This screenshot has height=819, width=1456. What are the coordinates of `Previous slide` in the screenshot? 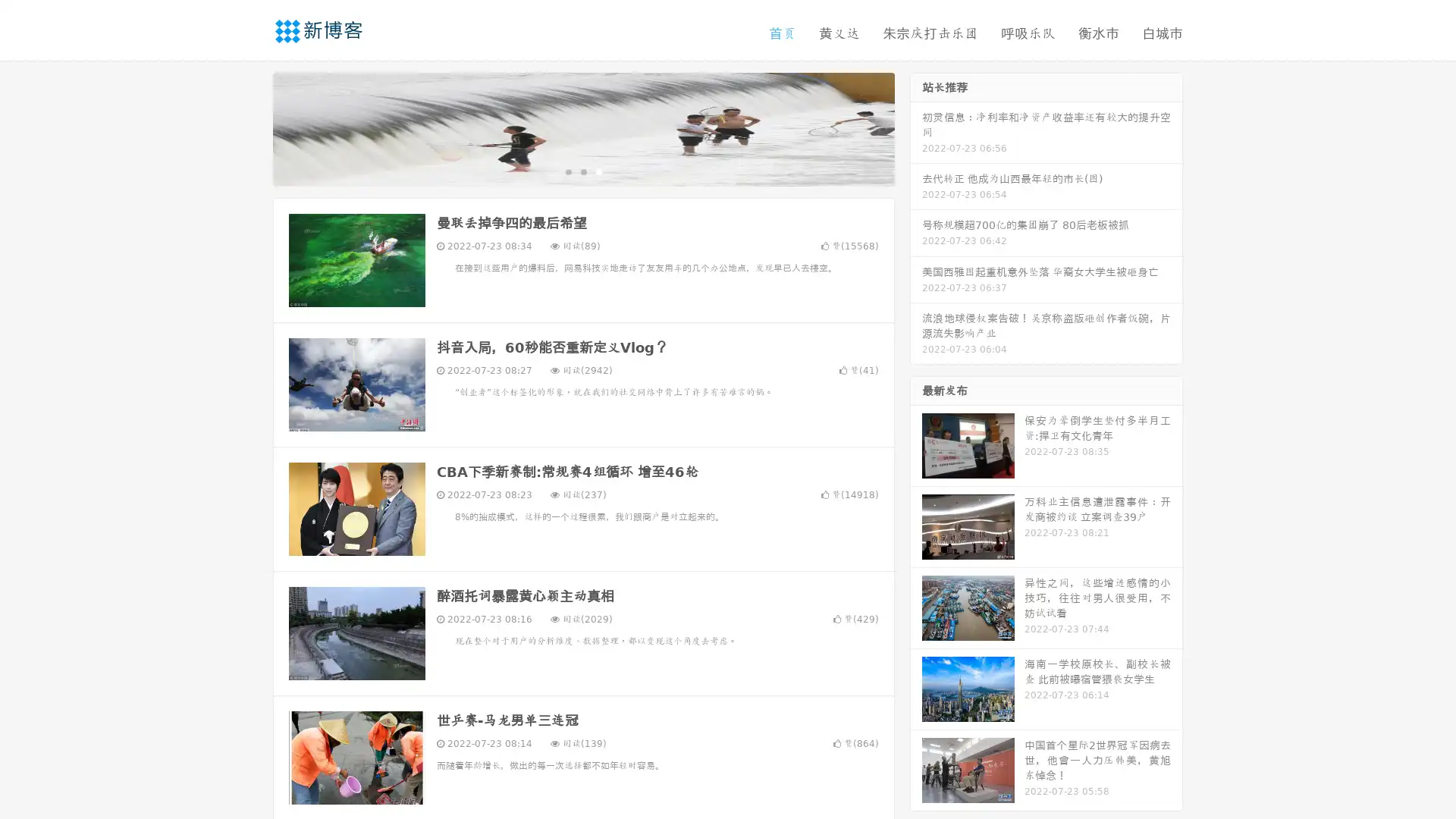 It's located at (250, 127).